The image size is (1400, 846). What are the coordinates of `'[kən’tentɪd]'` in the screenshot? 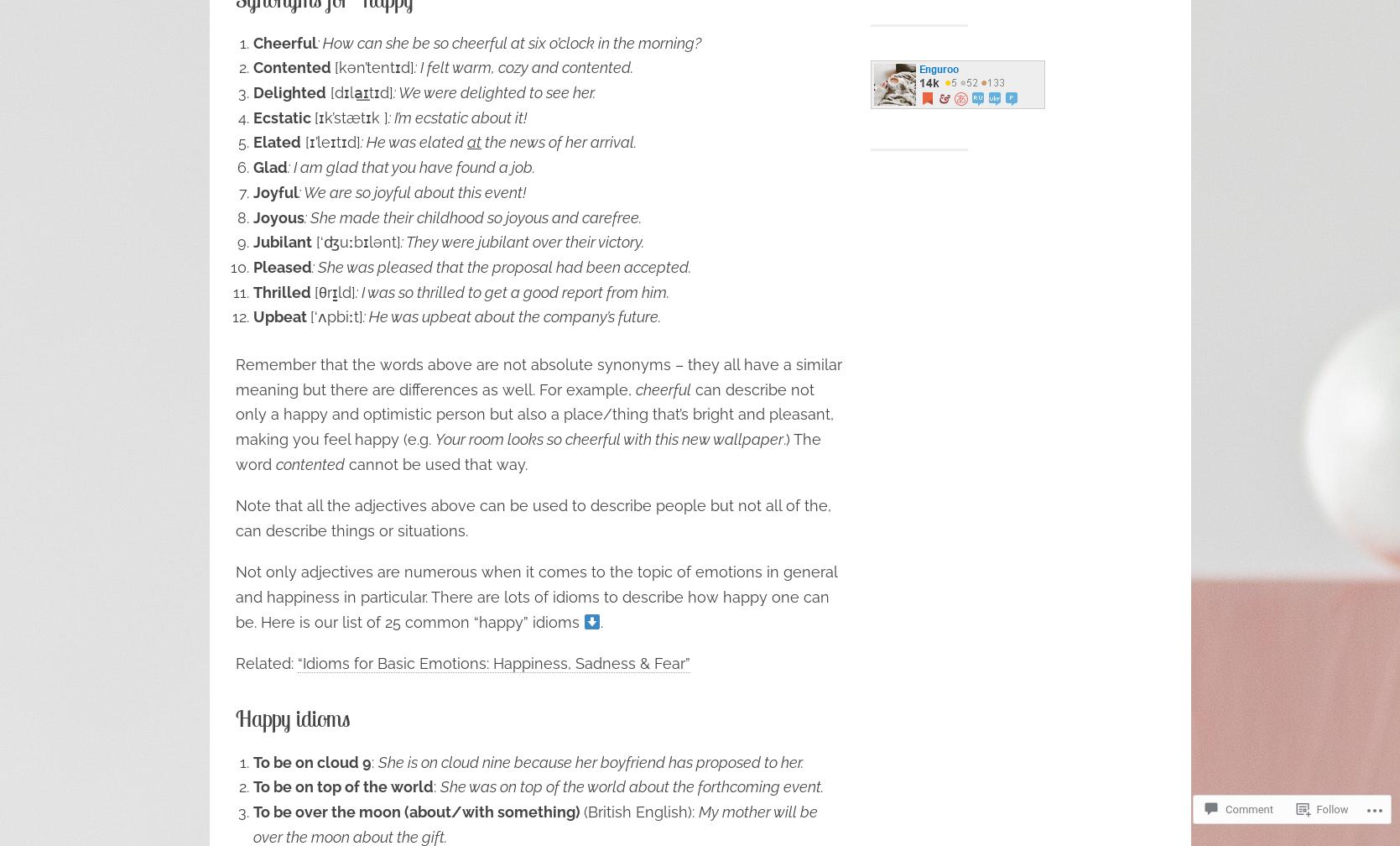 It's located at (373, 67).